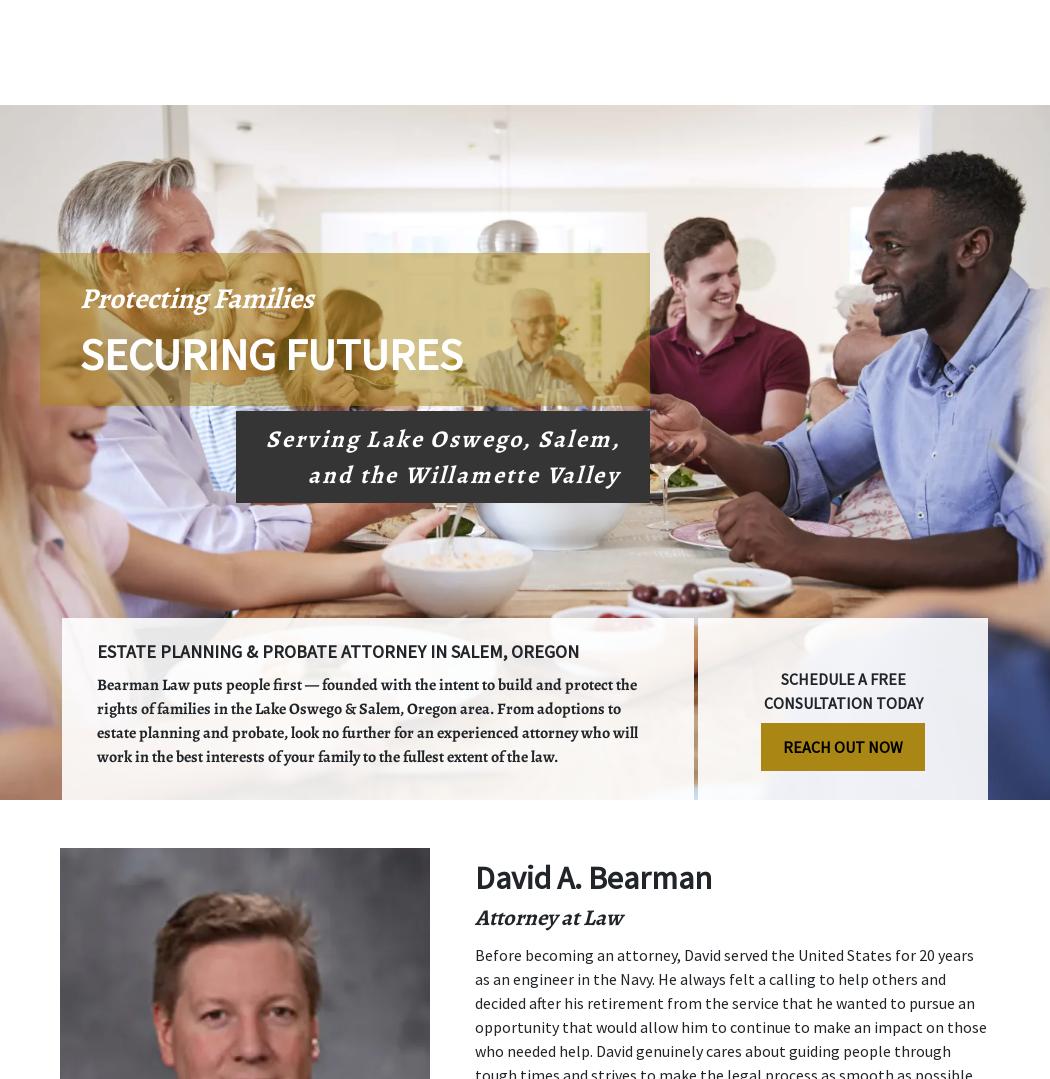 The height and width of the screenshot is (1079, 1050). Describe the element at coordinates (918, 85) in the screenshot. I see `'Contact'` at that location.